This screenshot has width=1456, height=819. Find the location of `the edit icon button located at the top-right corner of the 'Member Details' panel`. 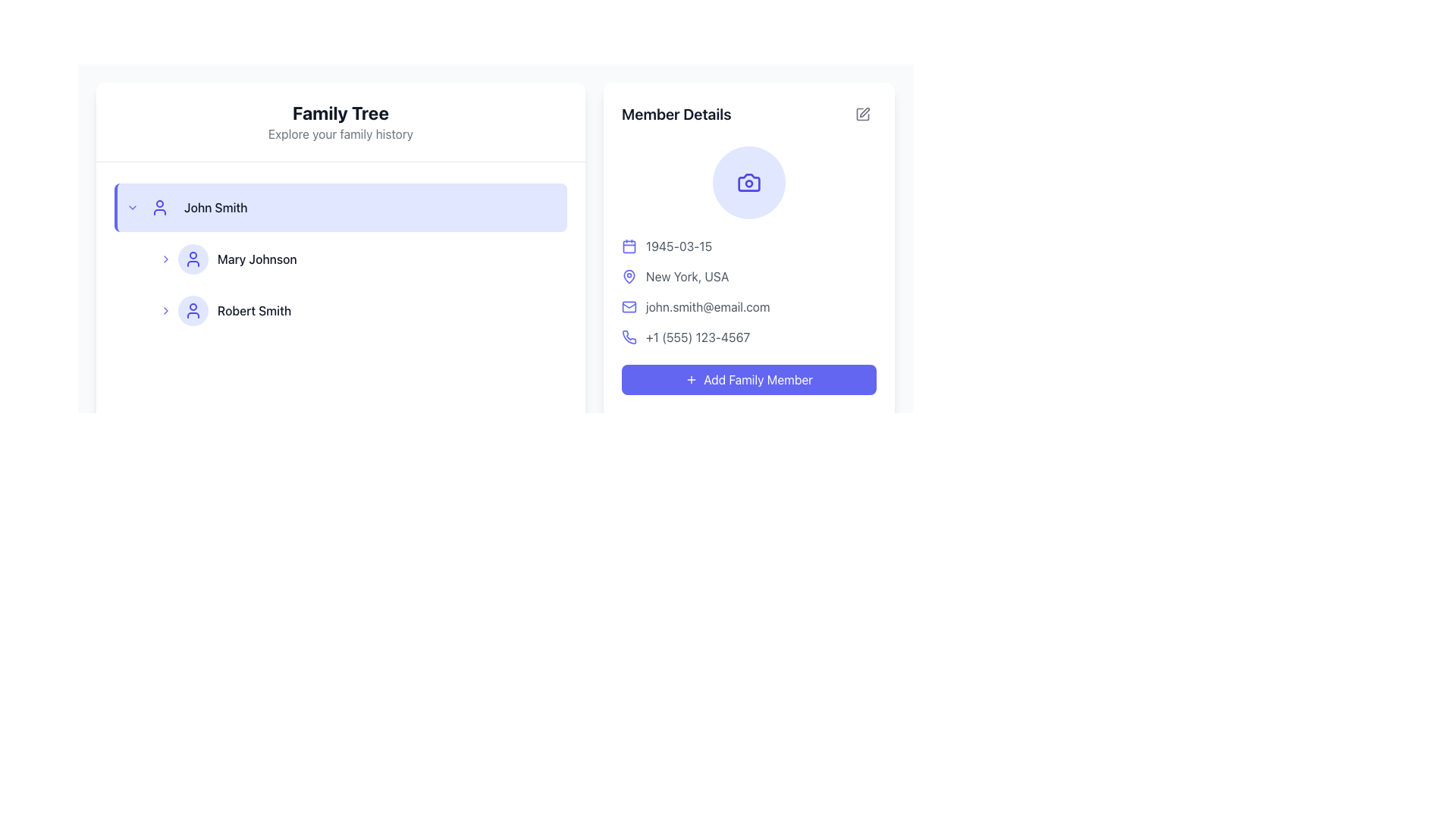

the edit icon button located at the top-right corner of the 'Member Details' panel is located at coordinates (862, 113).